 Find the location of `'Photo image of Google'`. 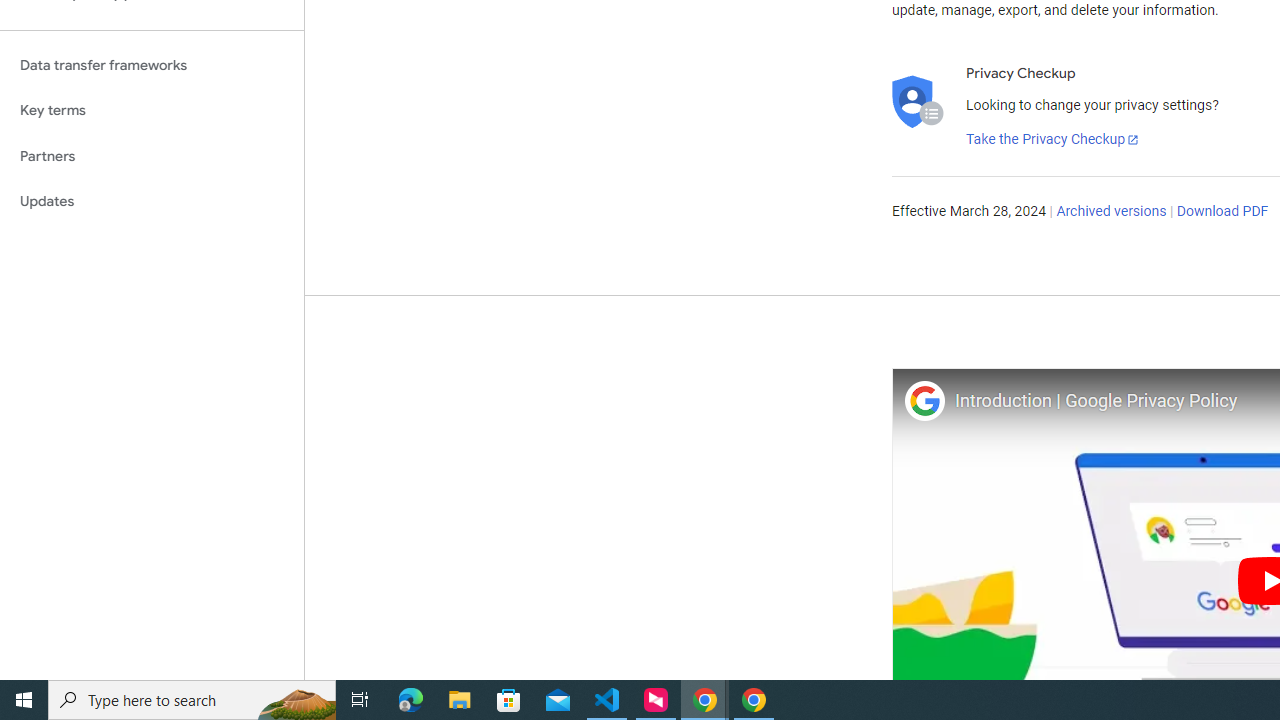

'Photo image of Google' is located at coordinates (923, 400).